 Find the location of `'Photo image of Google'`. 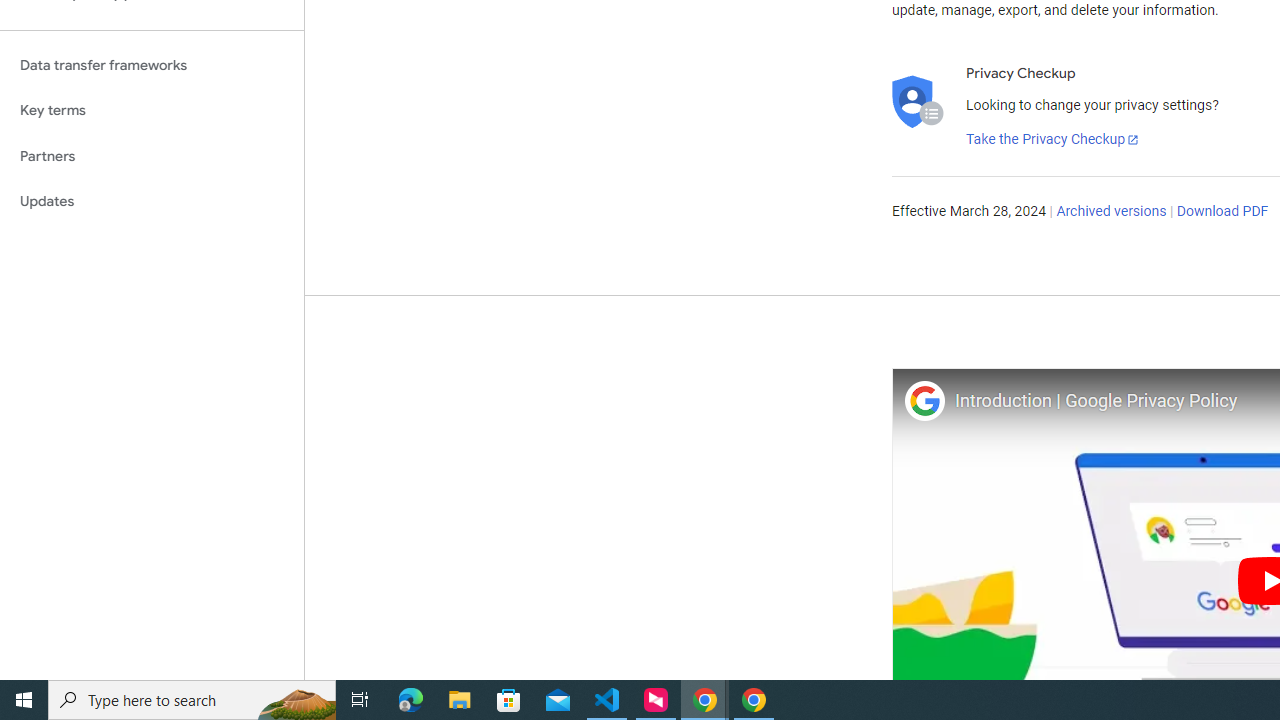

'Photo image of Google' is located at coordinates (923, 400).